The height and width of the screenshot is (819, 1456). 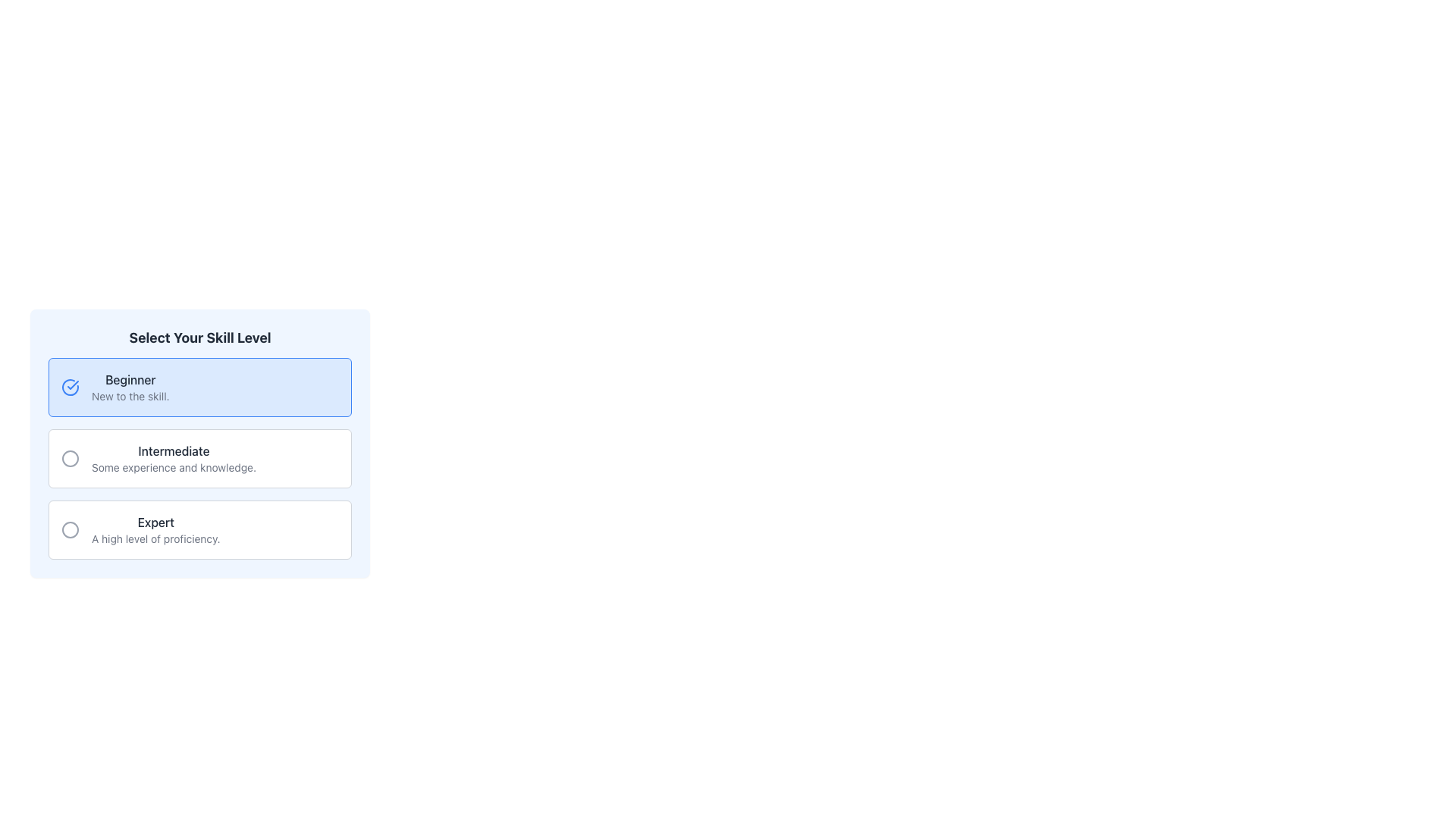 I want to click on the 'Expert' radio button with the description 'A high level of proficiency.', so click(x=199, y=529).